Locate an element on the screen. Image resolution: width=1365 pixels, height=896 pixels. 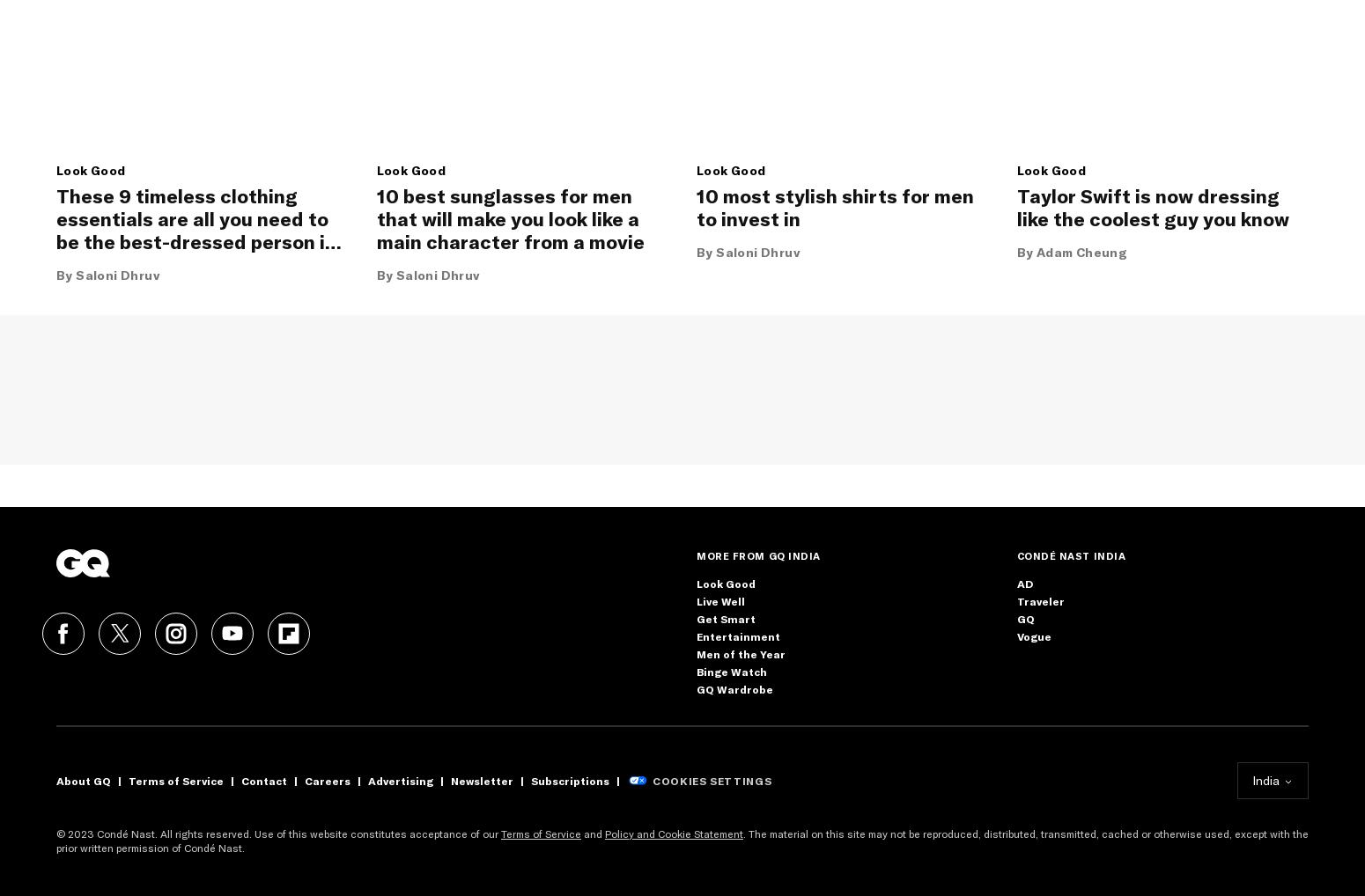
'Contact' is located at coordinates (263, 780).